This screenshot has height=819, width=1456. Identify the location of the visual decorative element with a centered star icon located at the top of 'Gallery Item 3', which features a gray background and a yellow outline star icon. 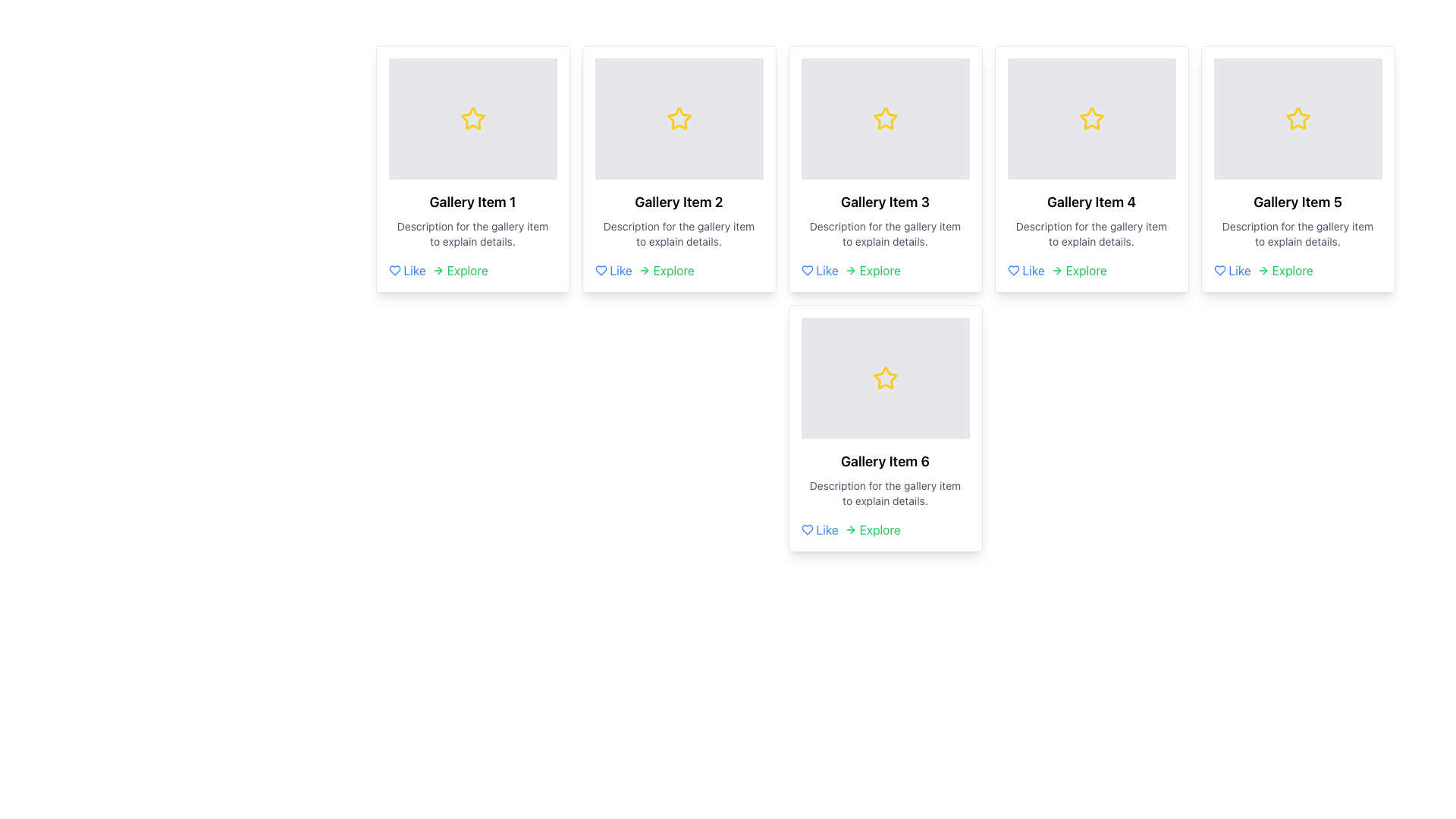
(885, 118).